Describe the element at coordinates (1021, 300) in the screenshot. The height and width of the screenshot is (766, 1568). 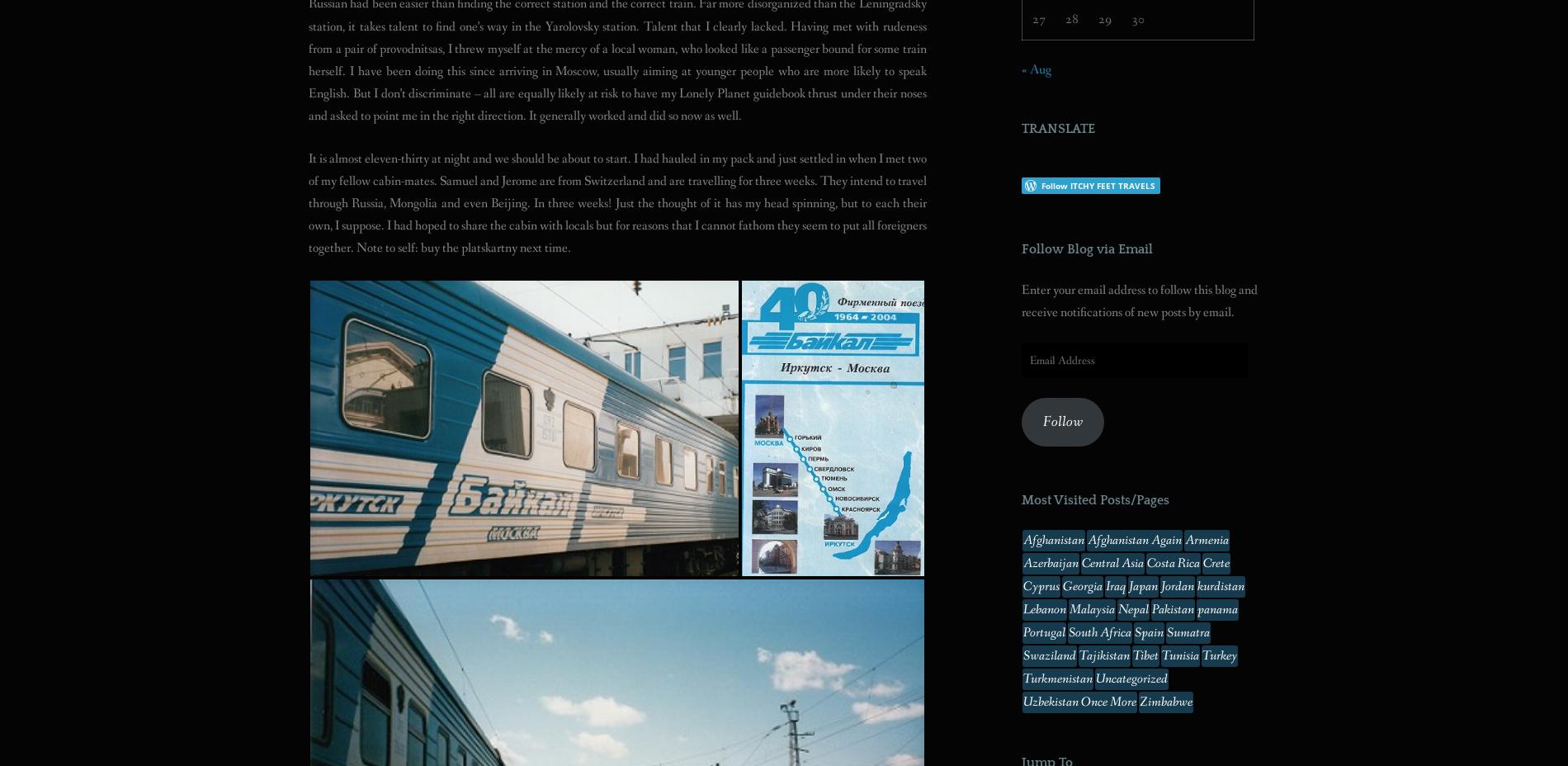
I see `'Enter your email address to follow this blog and receive notifications of new posts by email.'` at that location.